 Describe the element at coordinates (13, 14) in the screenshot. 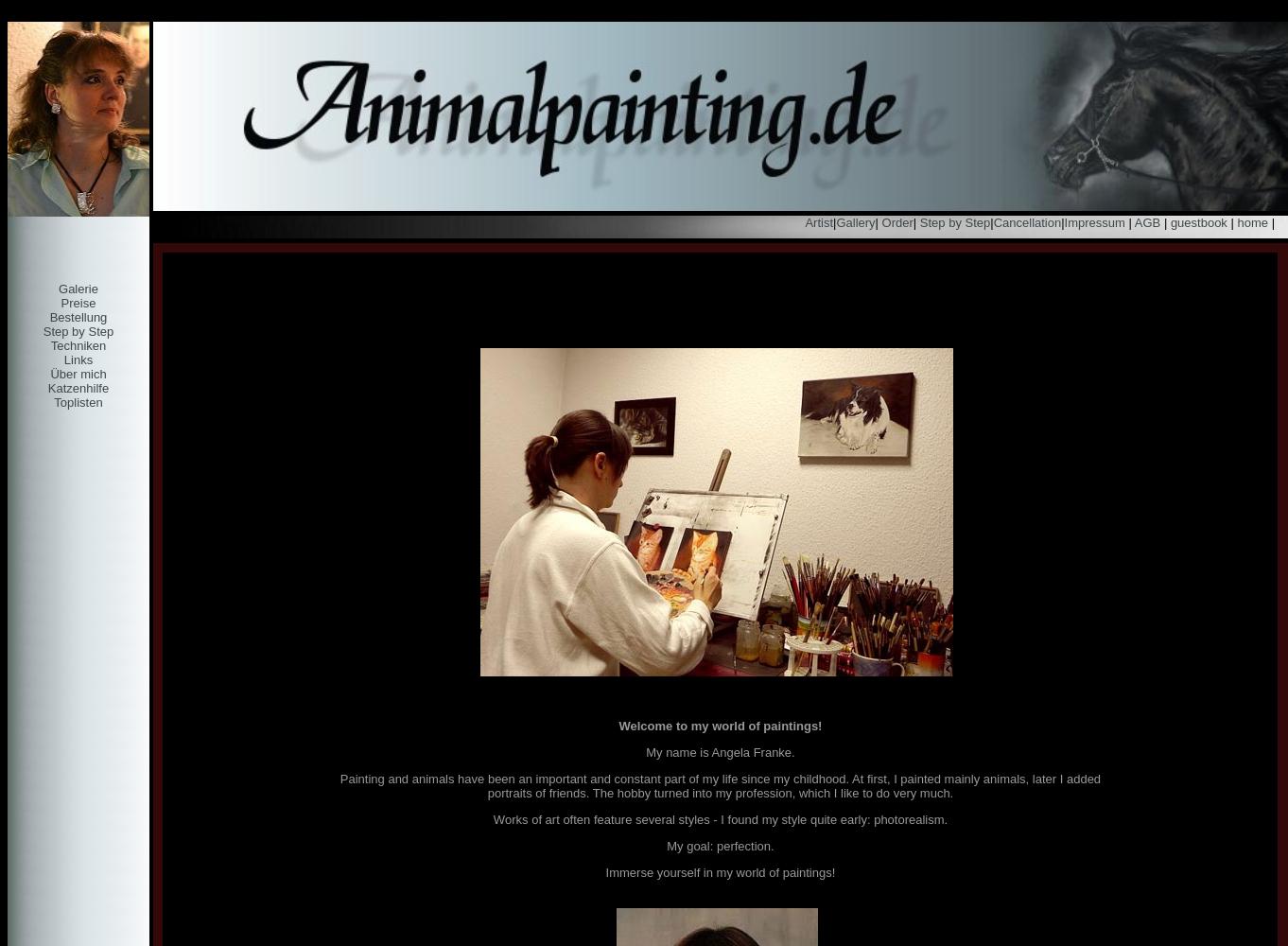

I see `'">'` at that location.